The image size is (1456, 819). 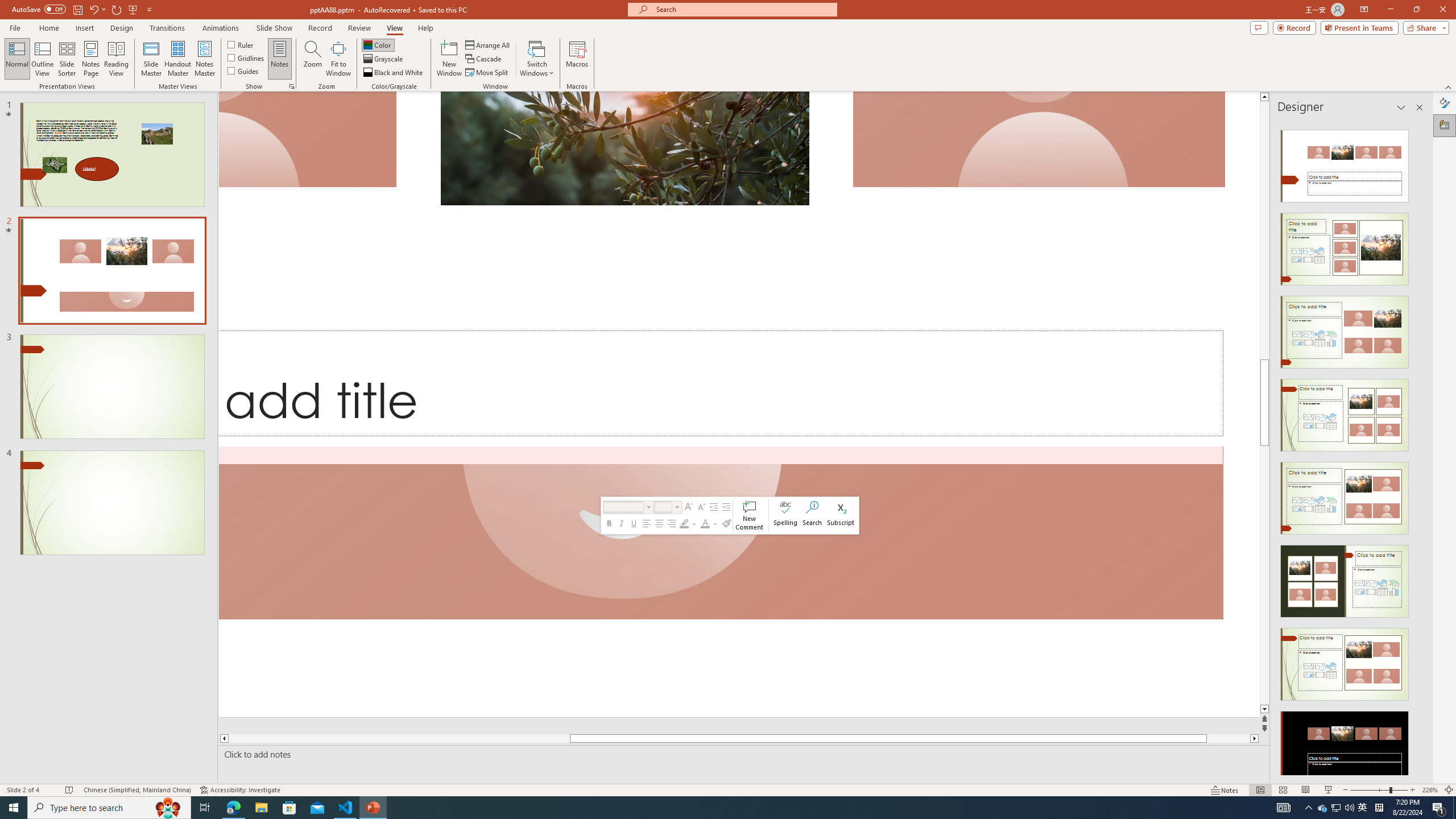 What do you see at coordinates (1444, 102) in the screenshot?
I see `'Format Background'` at bounding box center [1444, 102].